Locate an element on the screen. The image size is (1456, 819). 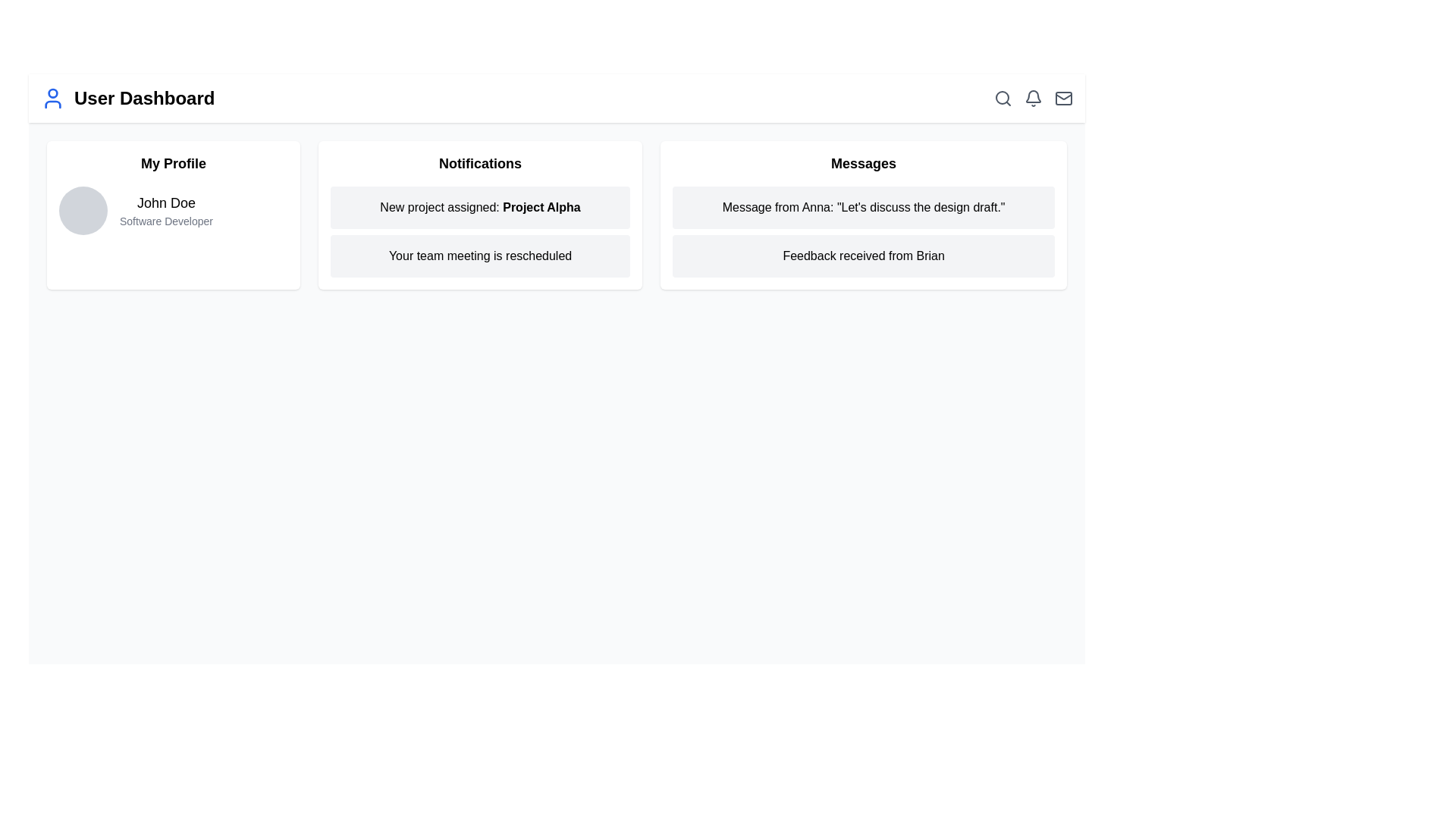
the circular component of the magnifying glass icon located in the top-right corner of the interface is located at coordinates (1002, 97).